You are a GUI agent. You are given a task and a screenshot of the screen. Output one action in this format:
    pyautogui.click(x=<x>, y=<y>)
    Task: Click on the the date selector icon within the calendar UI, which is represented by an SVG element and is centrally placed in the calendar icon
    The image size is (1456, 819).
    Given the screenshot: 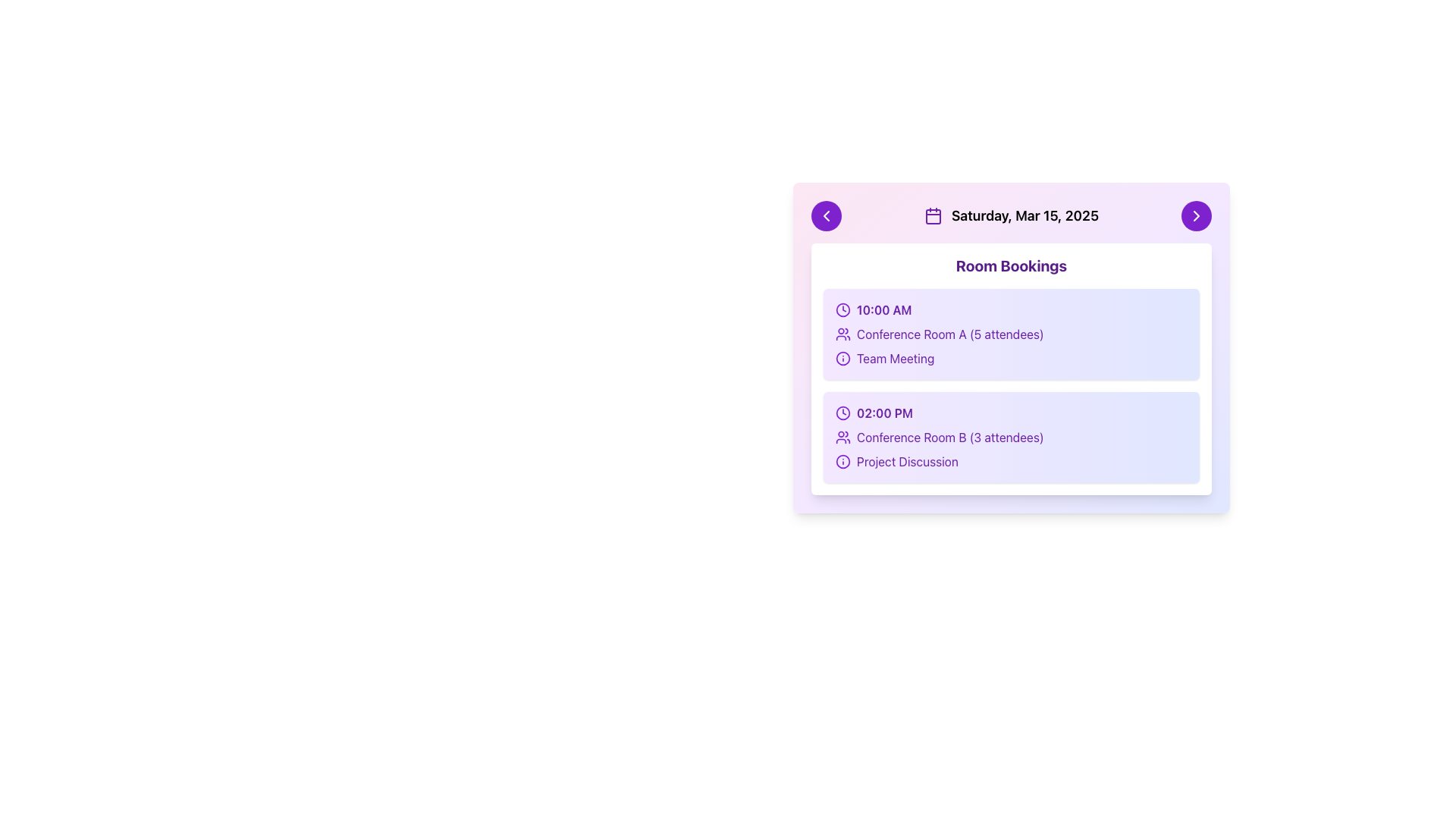 What is the action you would take?
    pyautogui.click(x=932, y=216)
    